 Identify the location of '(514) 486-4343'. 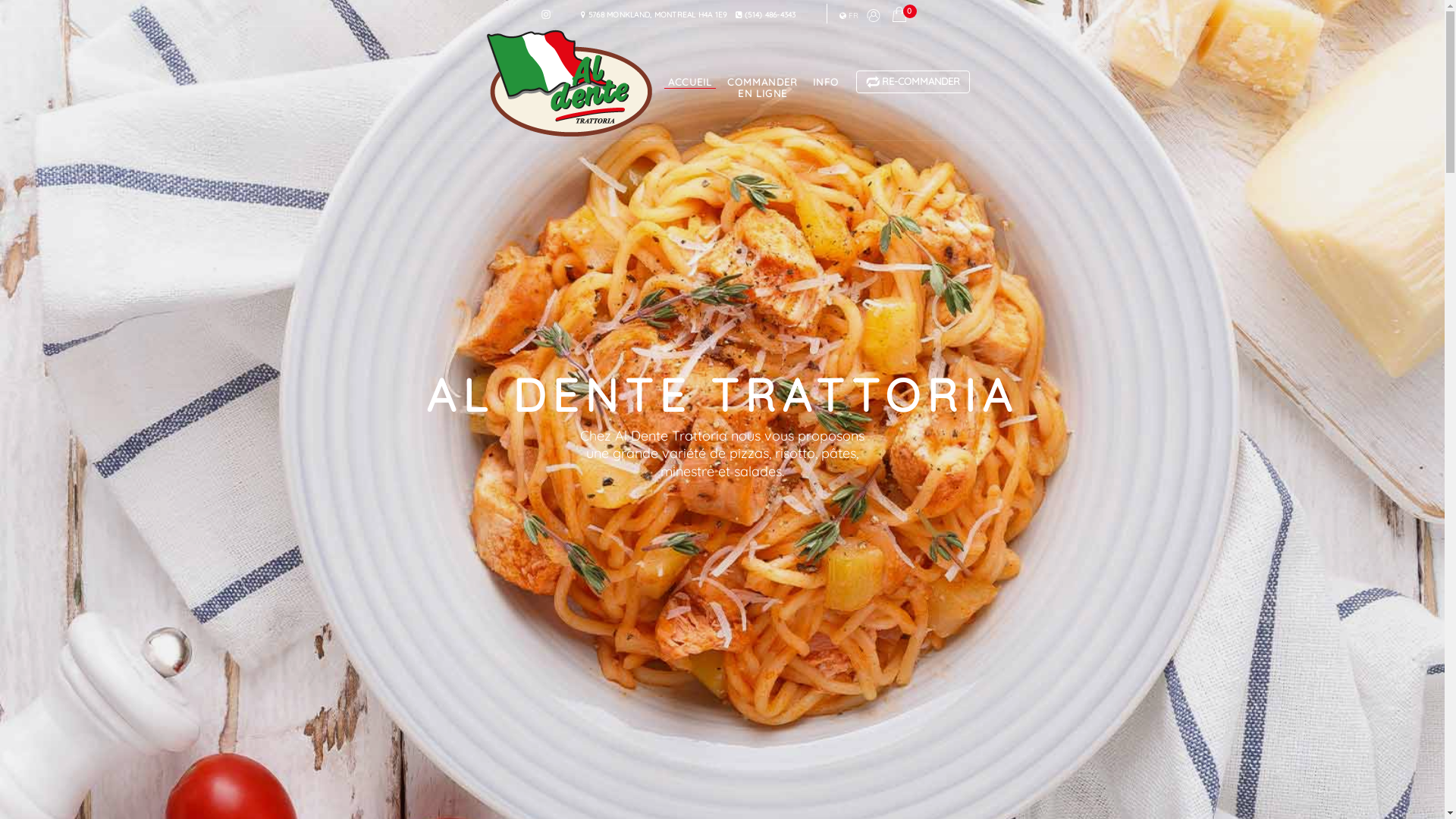
(765, 22).